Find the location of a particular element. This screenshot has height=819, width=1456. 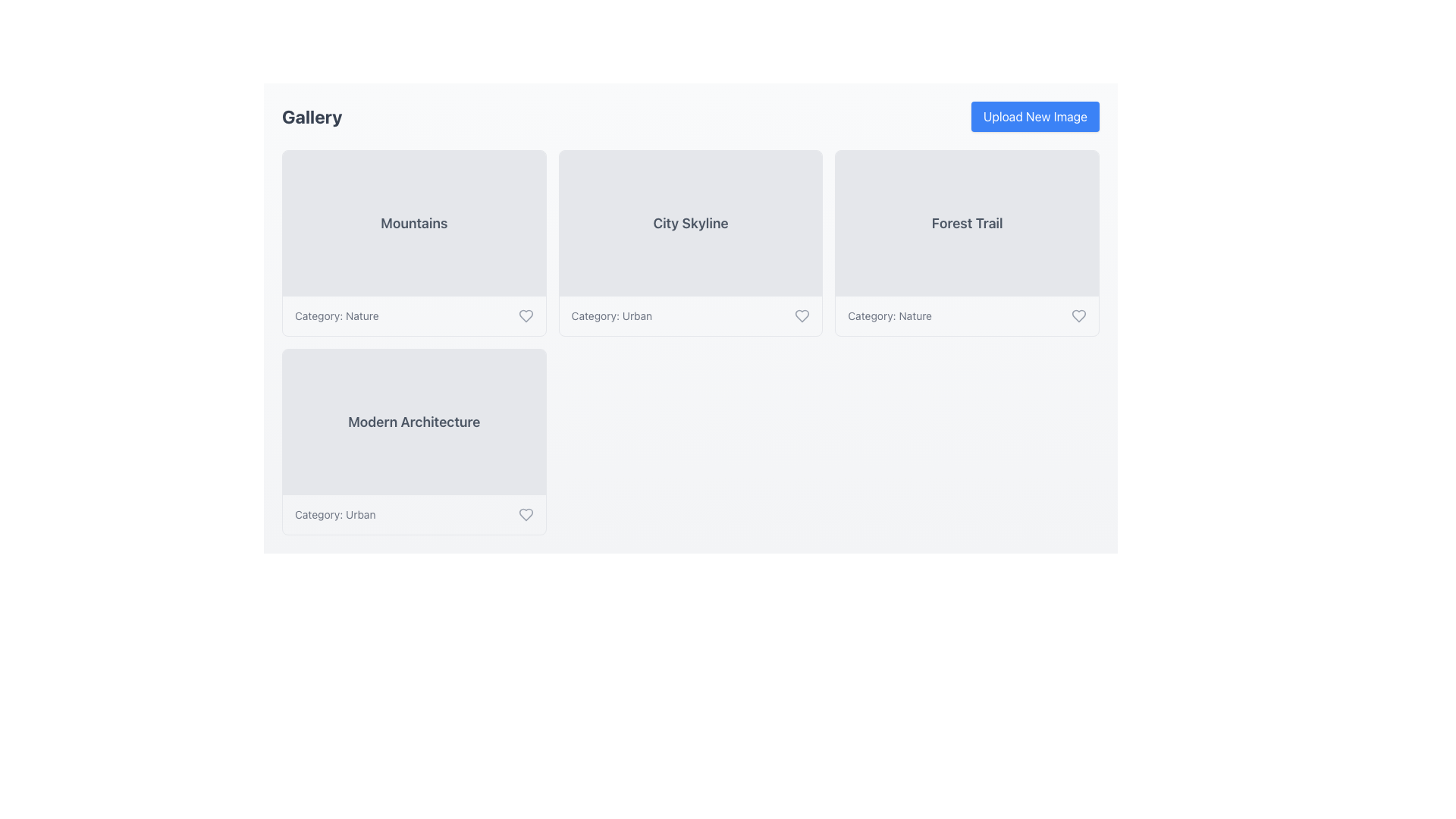

the heart icon button located in the bottom-right corner of the 'Forest Trail' card to mark it as a favorite is located at coordinates (1078, 315).